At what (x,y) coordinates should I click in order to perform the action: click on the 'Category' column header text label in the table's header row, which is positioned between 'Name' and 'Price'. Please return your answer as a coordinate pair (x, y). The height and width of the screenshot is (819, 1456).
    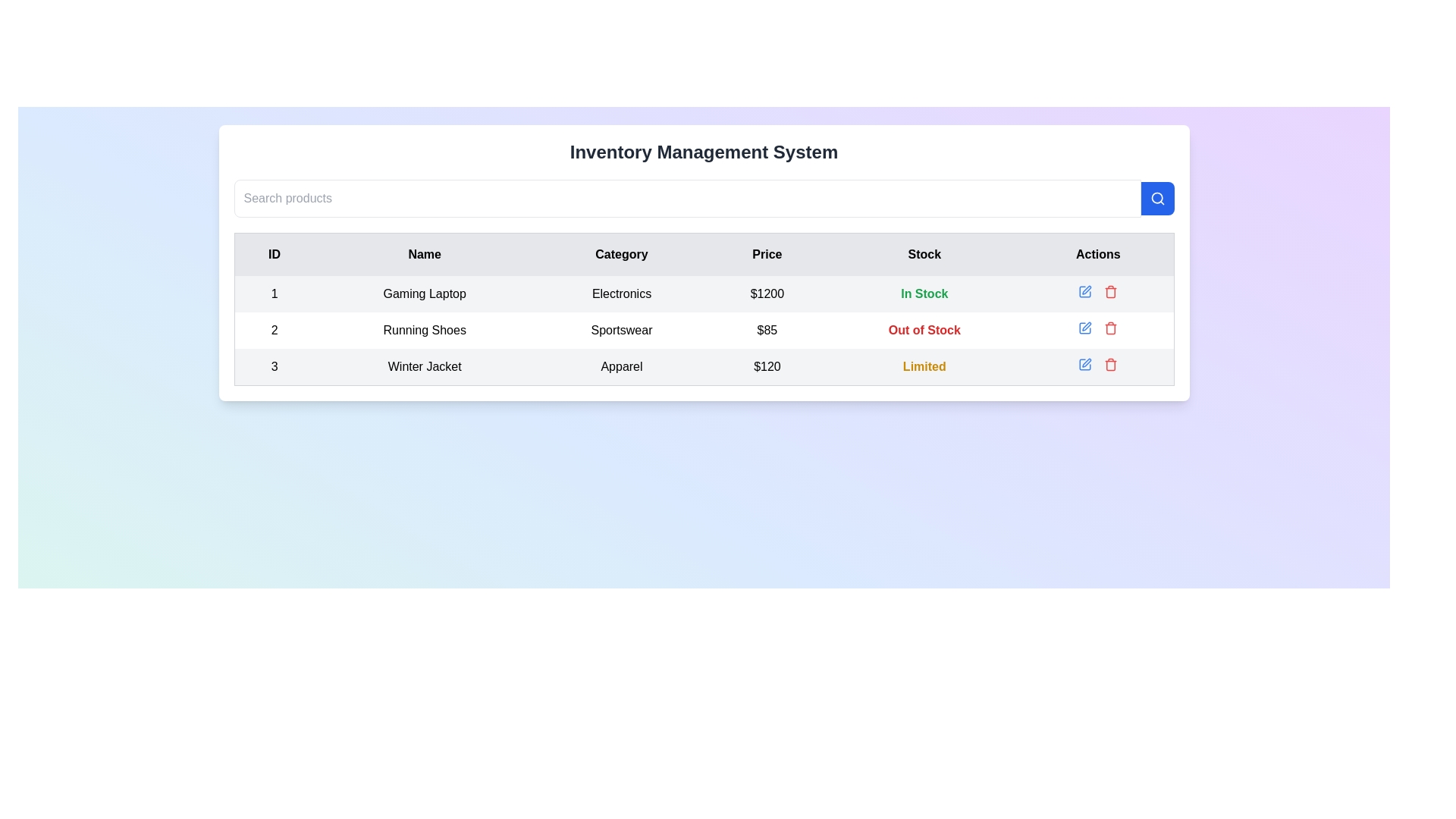
    Looking at the image, I should click on (622, 253).